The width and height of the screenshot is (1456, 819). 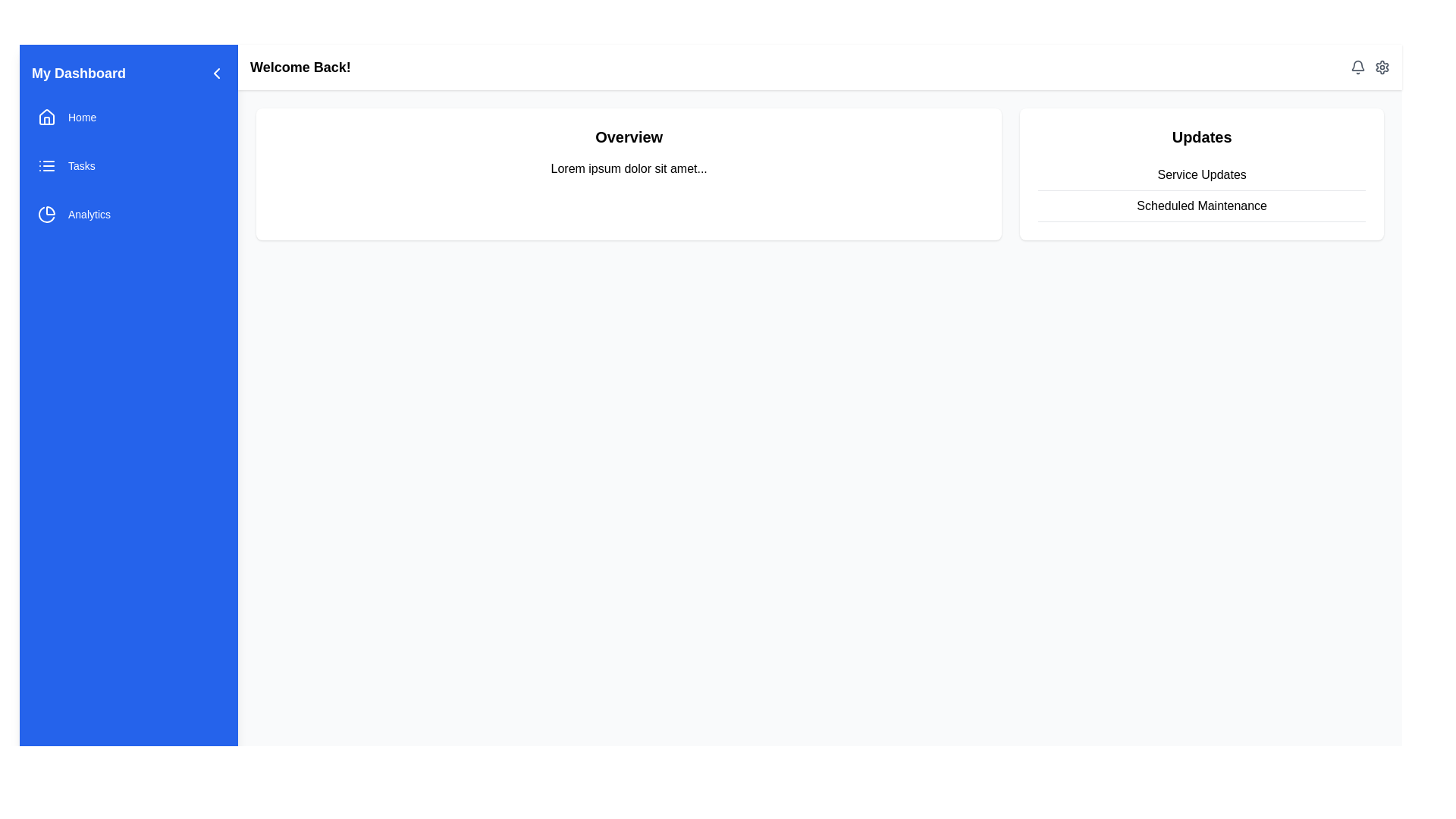 I want to click on the 'Tasks' icon located in the left-side navigation panel, so click(x=47, y=166).